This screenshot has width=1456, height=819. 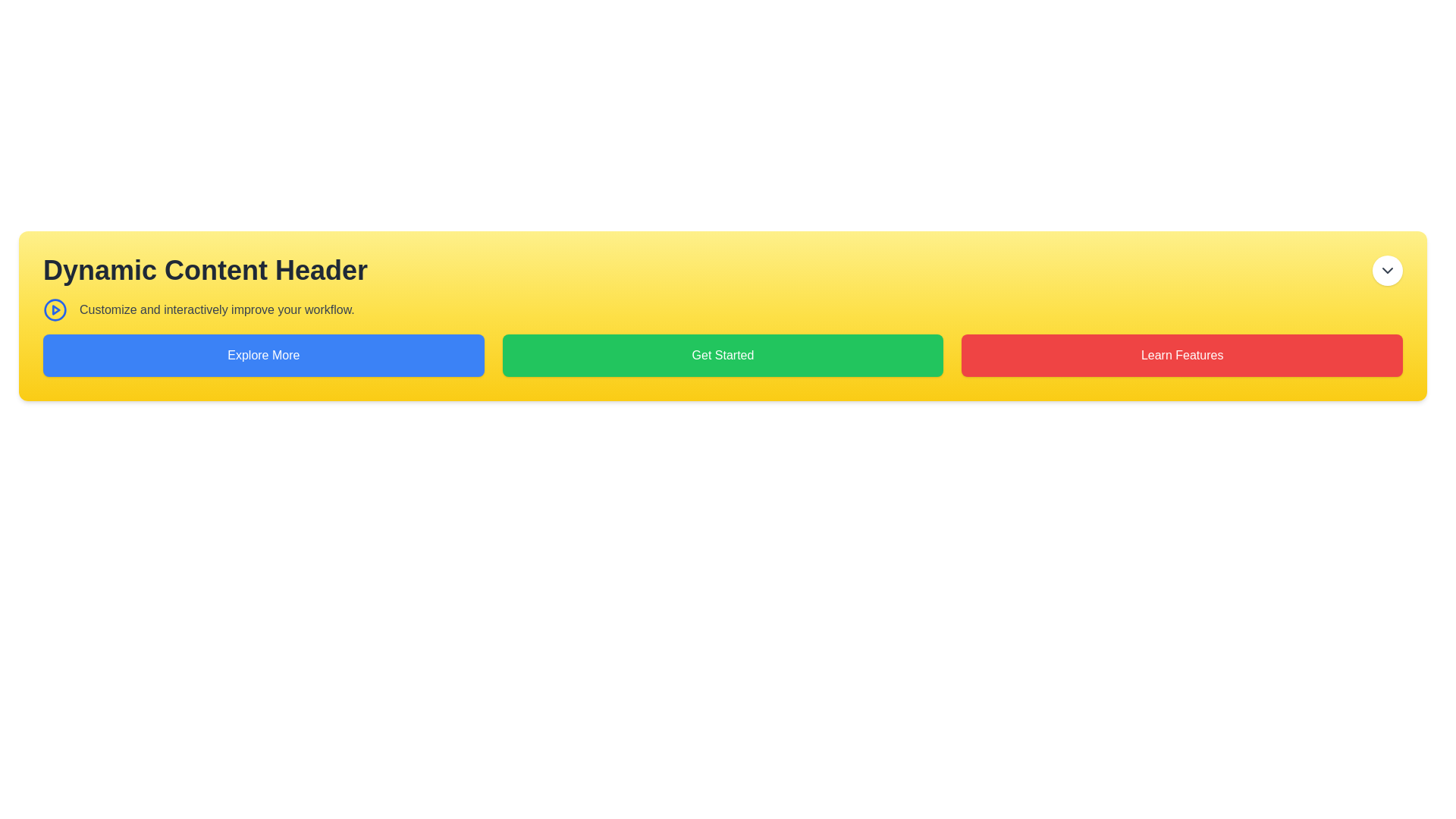 I want to click on the 'Explore More' button, so click(x=263, y=356).